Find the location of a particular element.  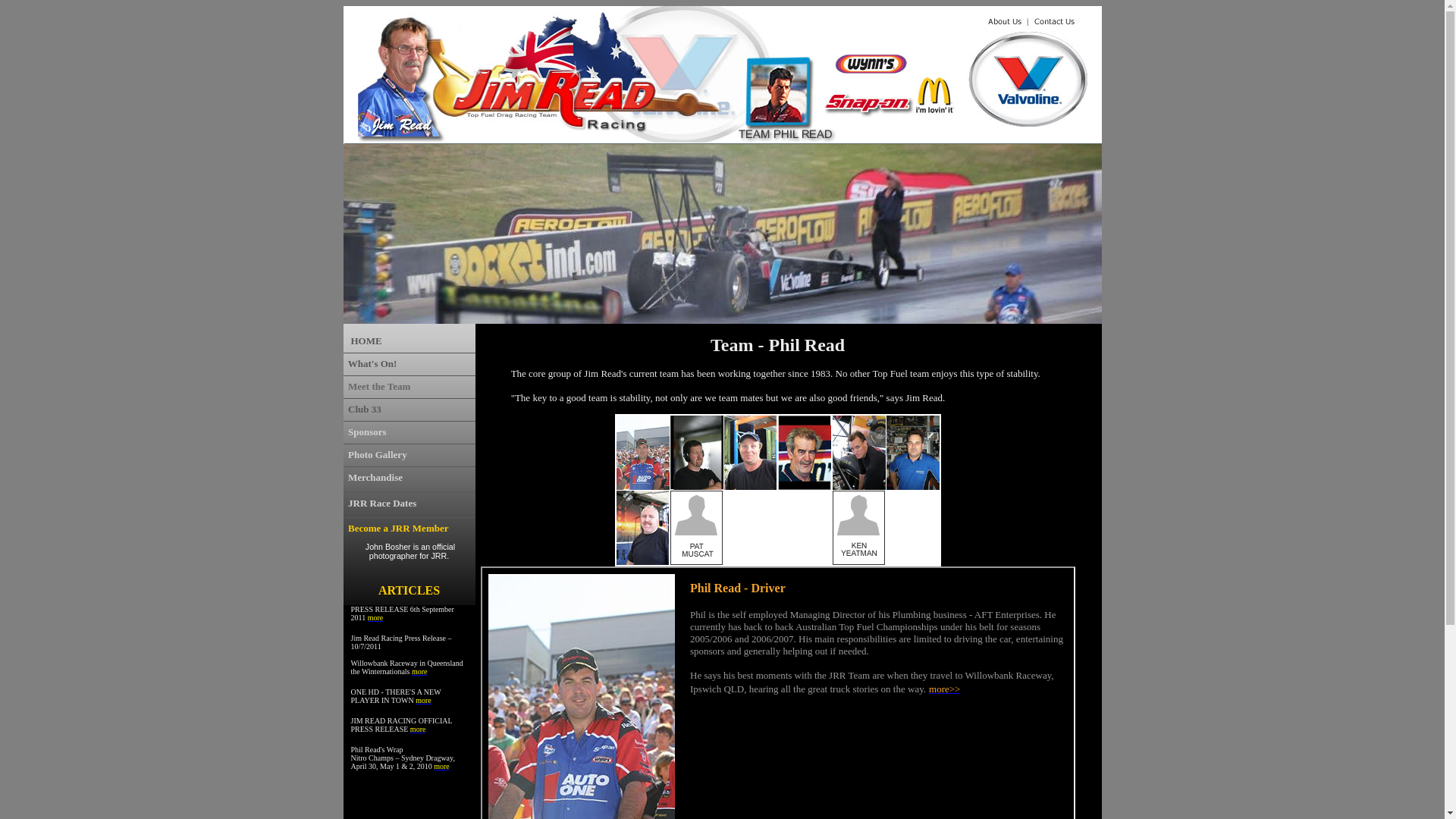

'ore' is located at coordinates (378, 617).